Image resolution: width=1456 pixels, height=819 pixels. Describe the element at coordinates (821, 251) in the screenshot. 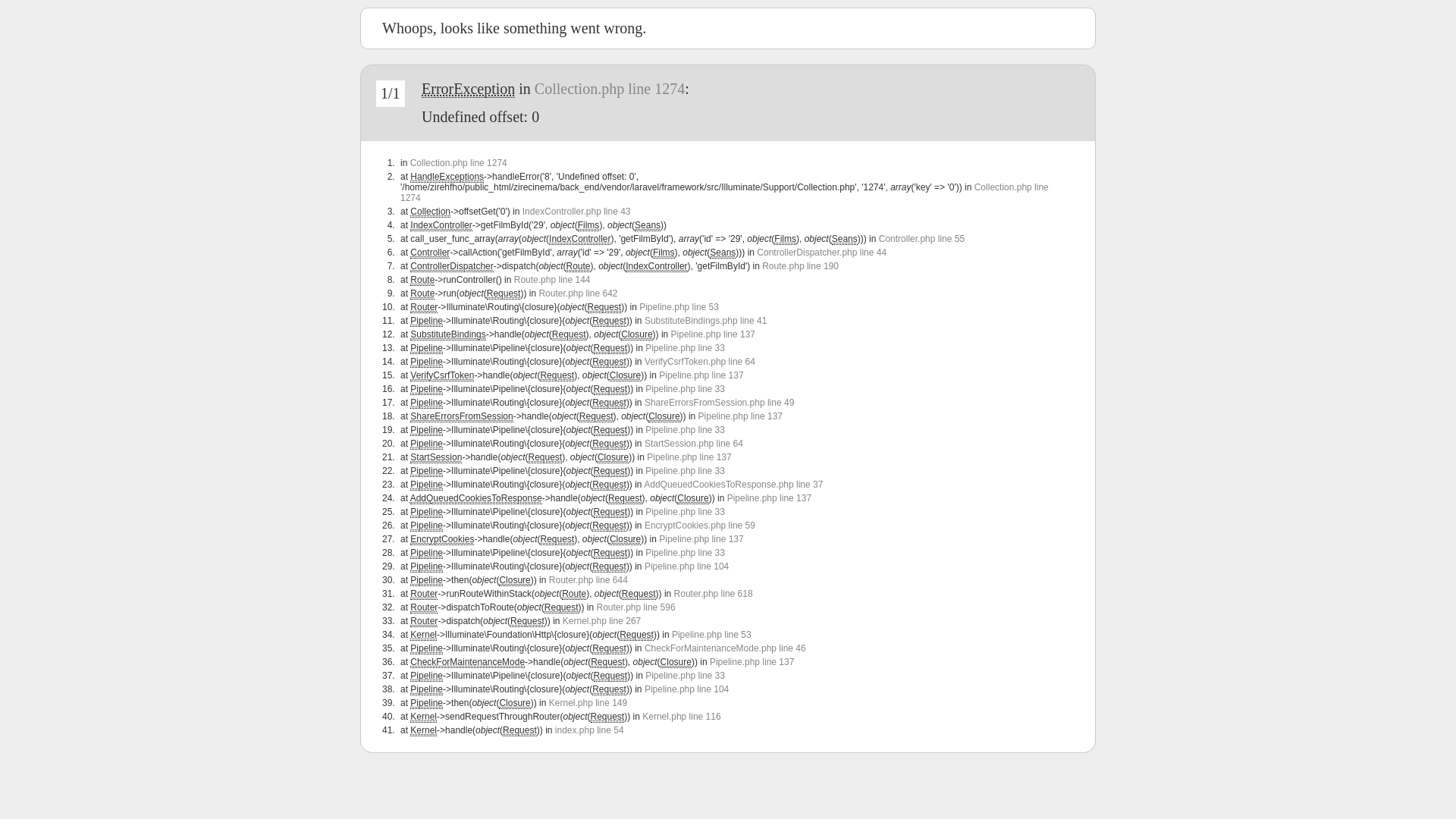

I see `'ControllerDispatcher.php line 44'` at that location.